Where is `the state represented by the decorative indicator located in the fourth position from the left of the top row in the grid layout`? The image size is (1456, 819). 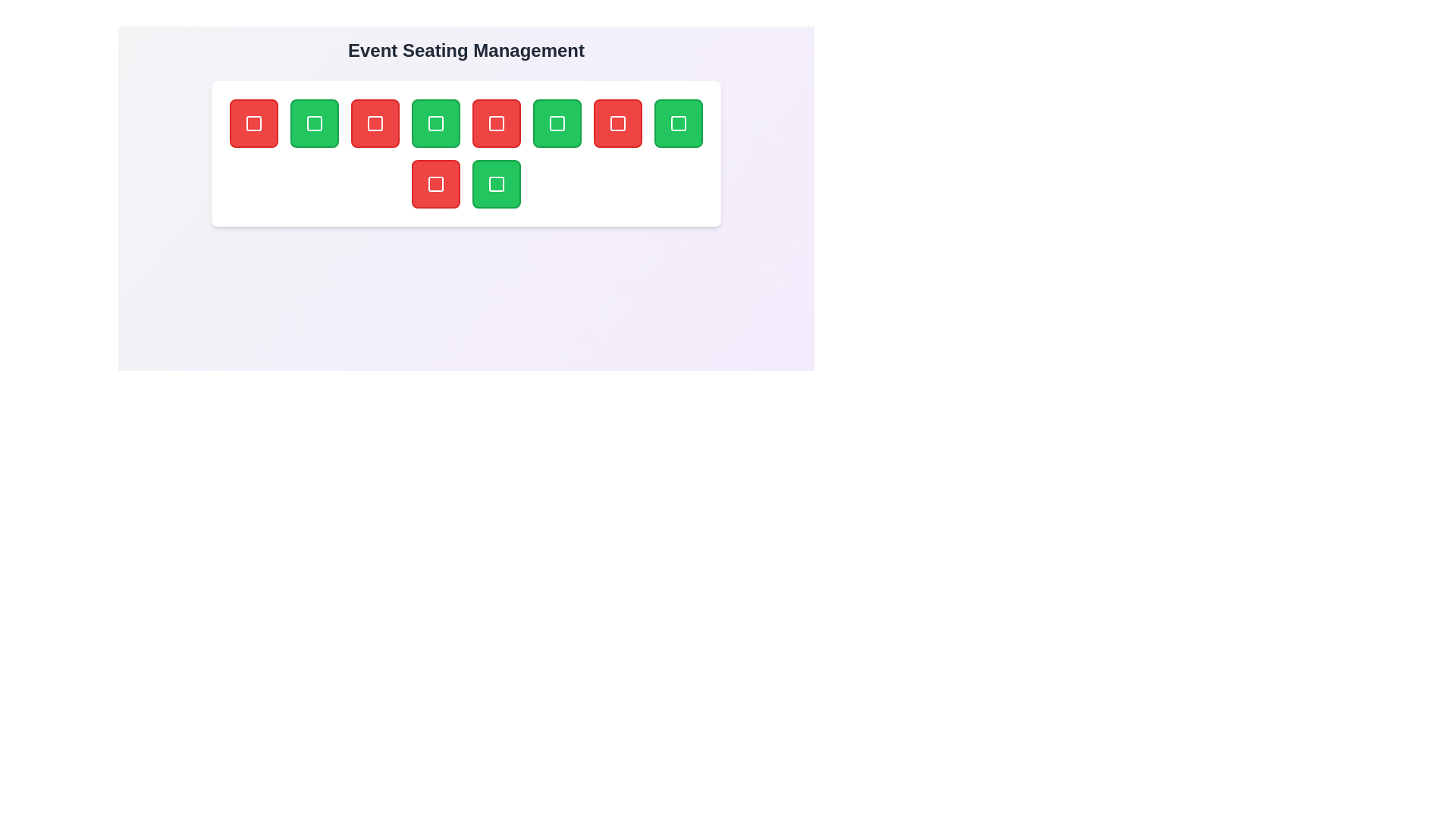 the state represented by the decorative indicator located in the fourth position from the left of the top row in the grid layout is located at coordinates (435, 122).